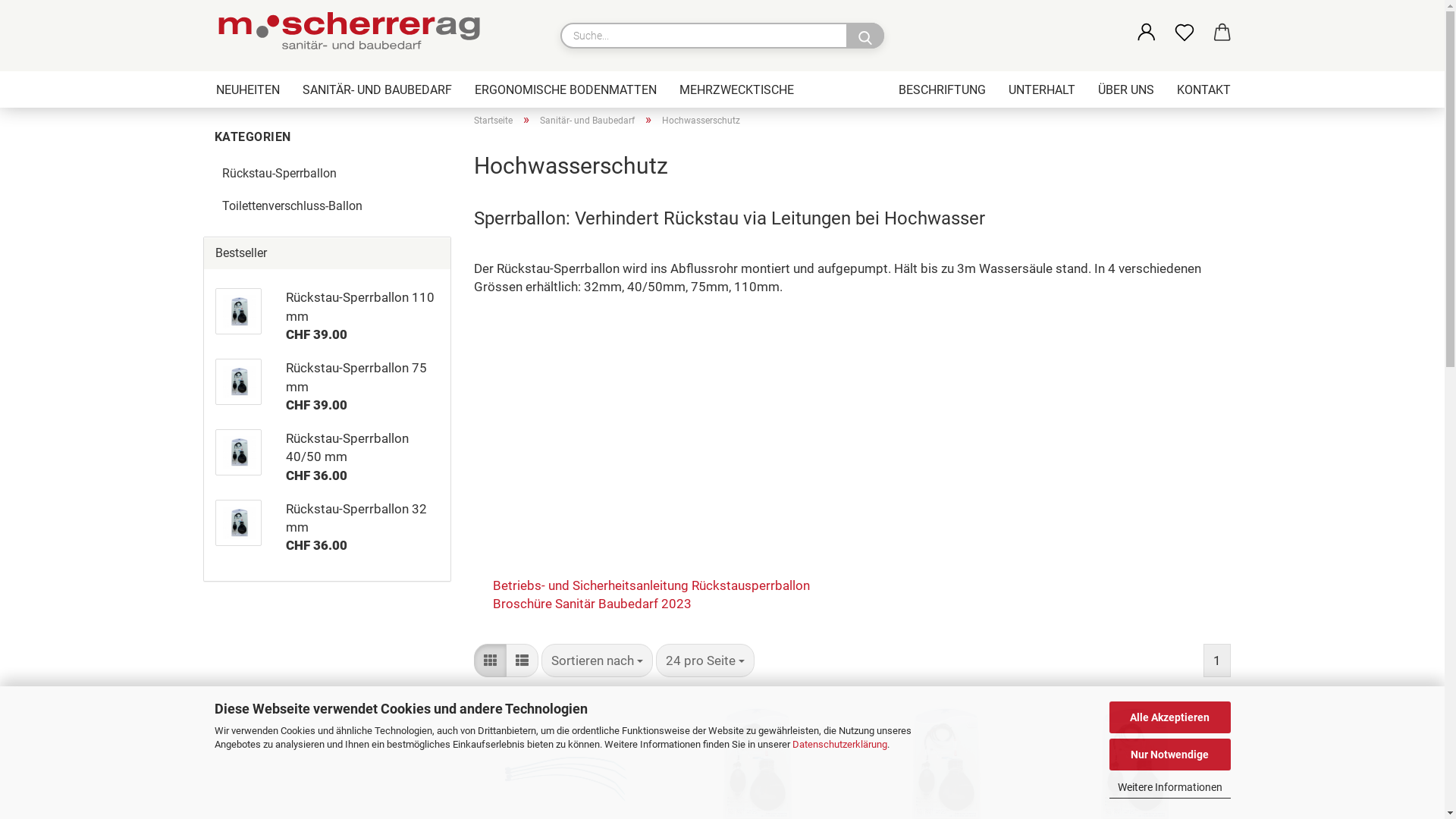  I want to click on 'KONTAKT', so click(1164, 89).